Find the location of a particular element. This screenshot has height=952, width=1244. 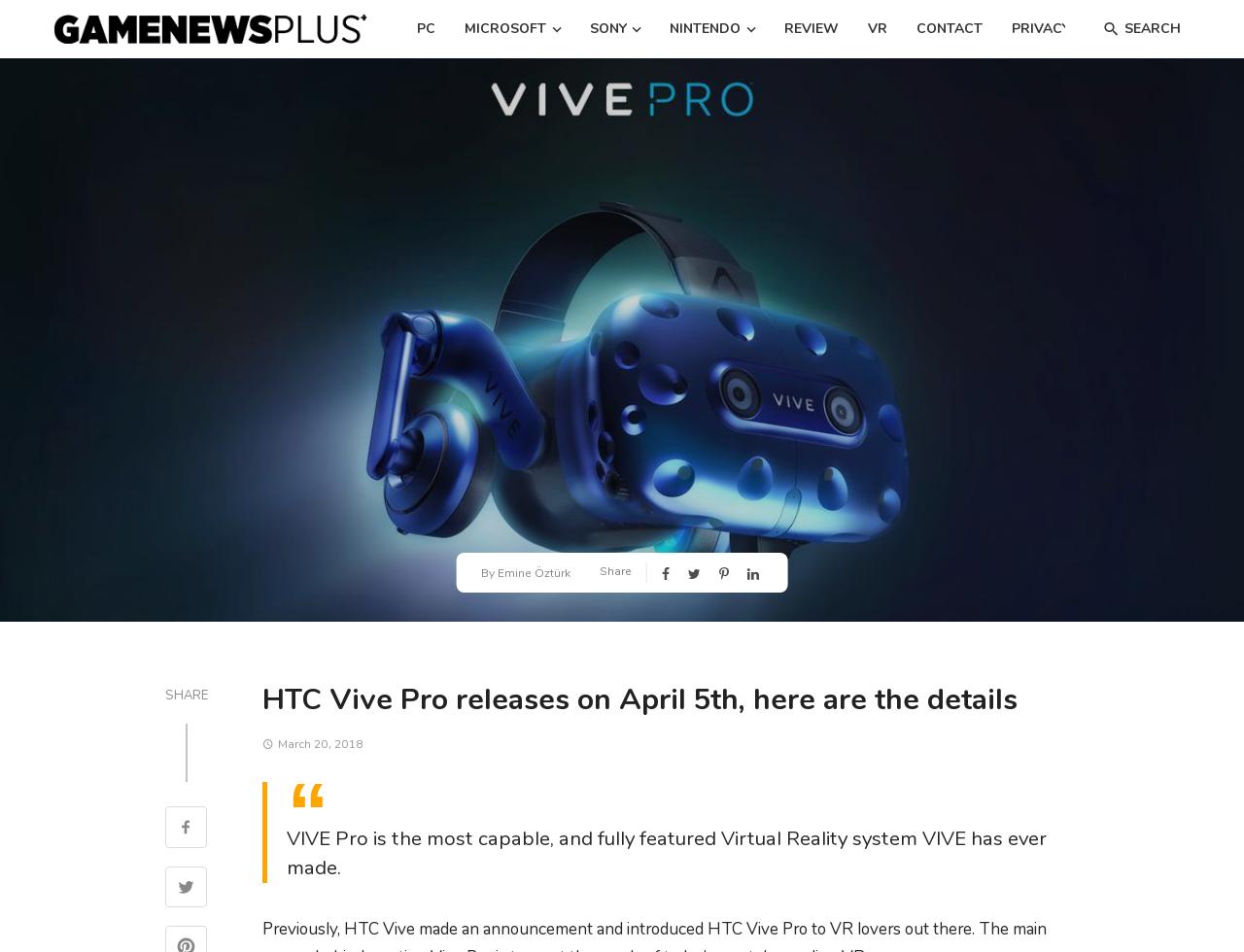

'PC' is located at coordinates (425, 28).